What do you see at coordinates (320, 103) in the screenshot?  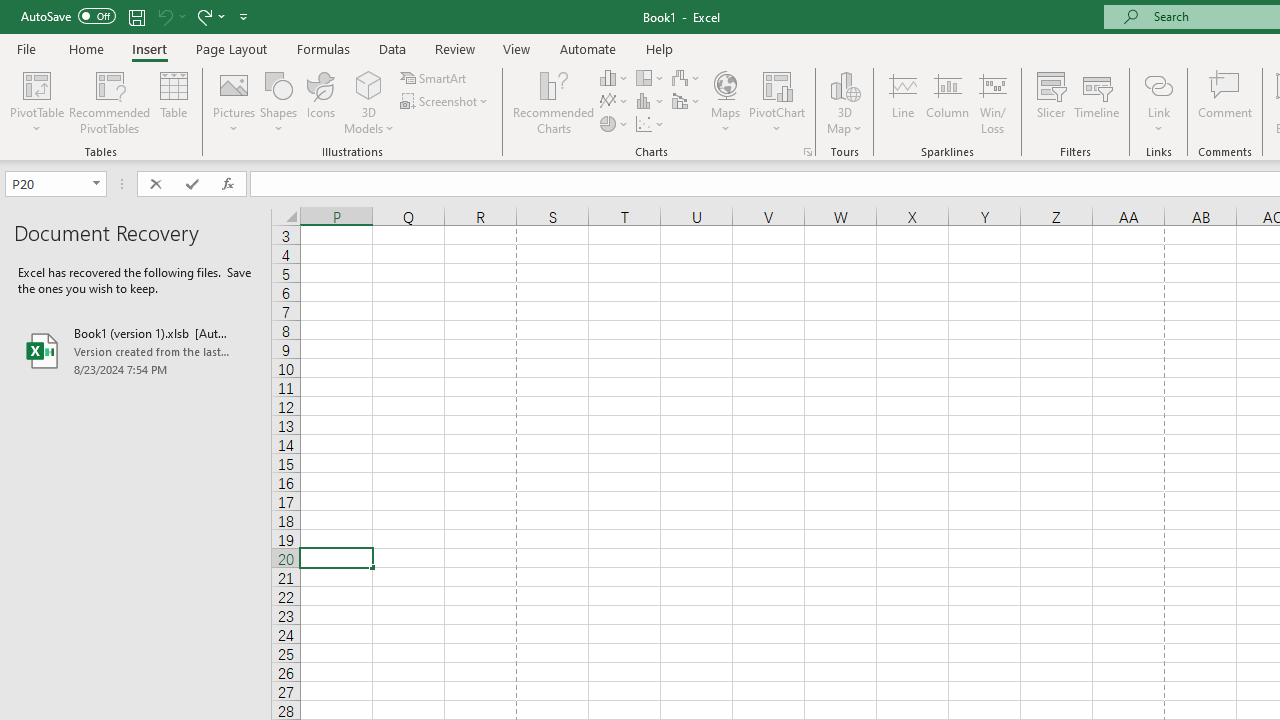 I see `'Icons'` at bounding box center [320, 103].